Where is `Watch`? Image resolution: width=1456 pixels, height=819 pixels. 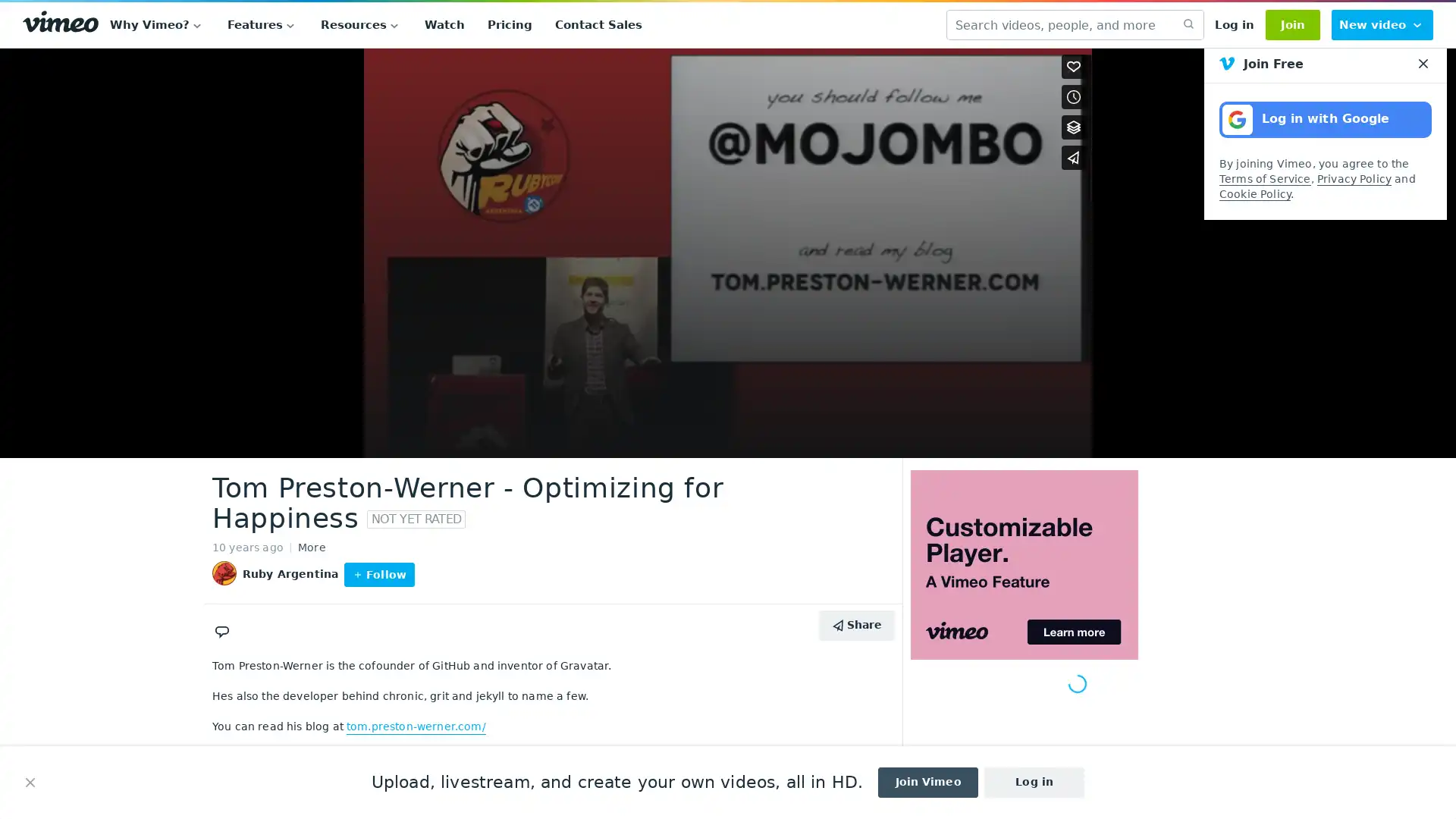
Watch is located at coordinates (444, 25).